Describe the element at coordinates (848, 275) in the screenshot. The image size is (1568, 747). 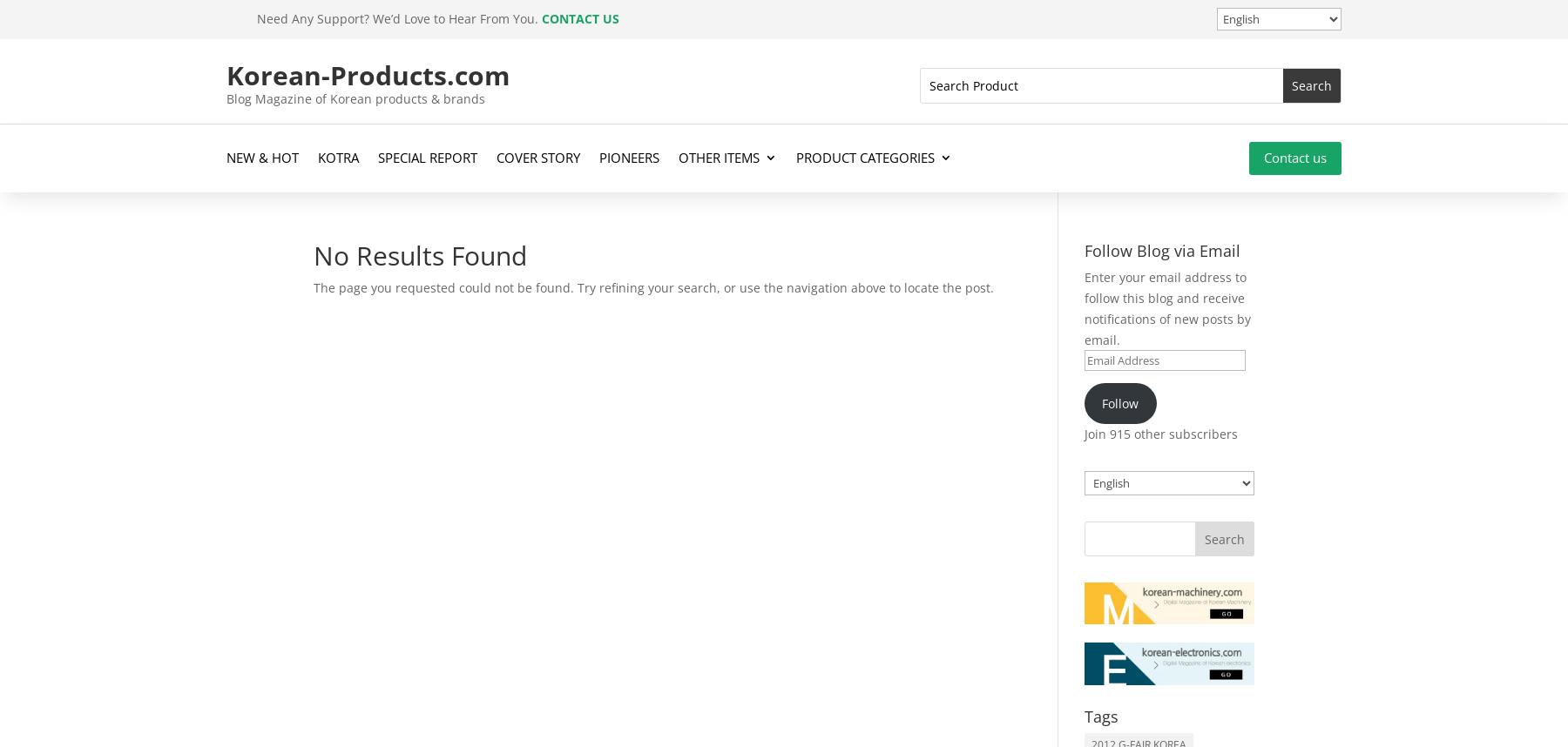
I see `'Chemical'` at that location.